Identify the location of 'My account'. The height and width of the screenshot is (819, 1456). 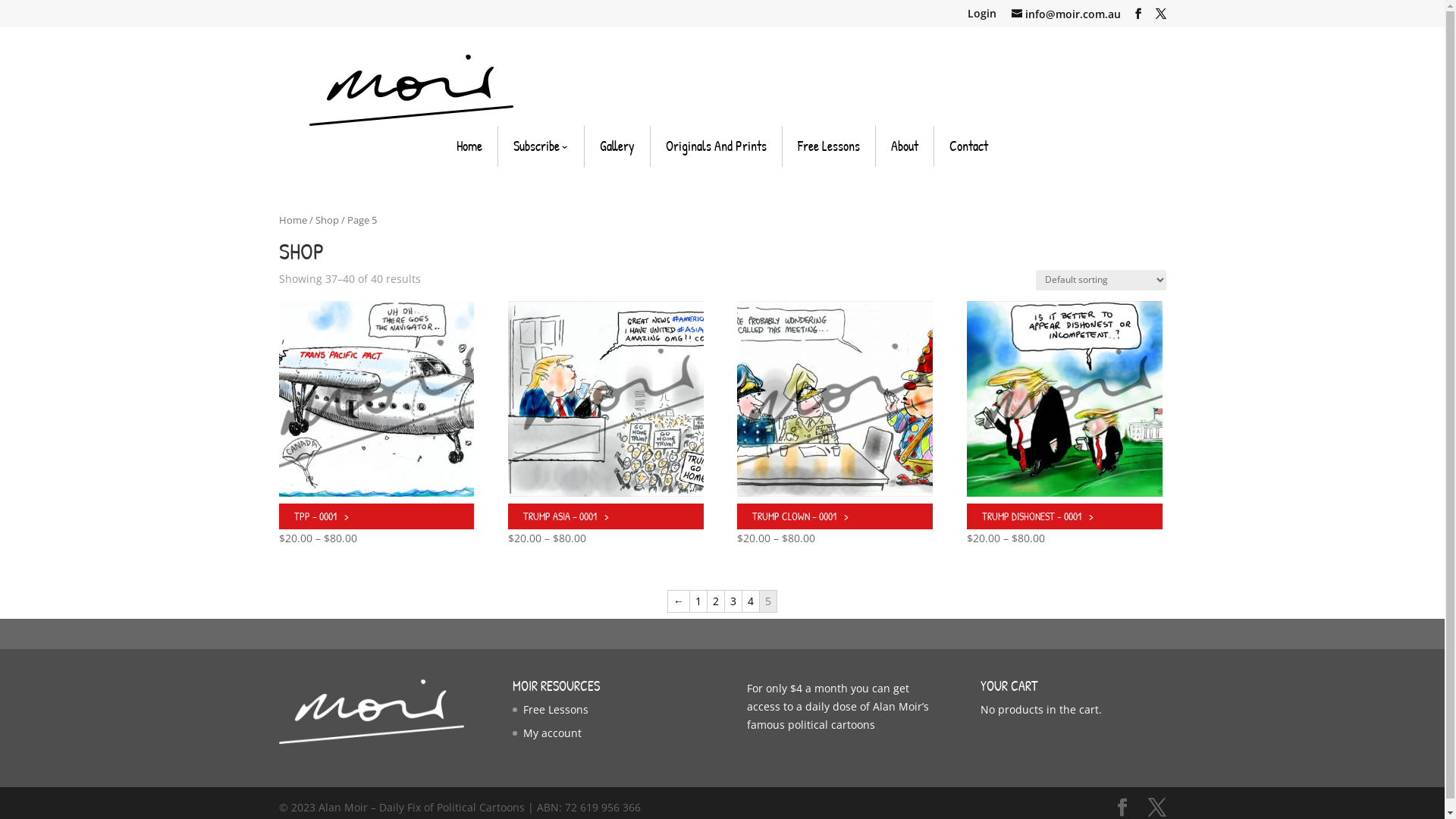
(551, 732).